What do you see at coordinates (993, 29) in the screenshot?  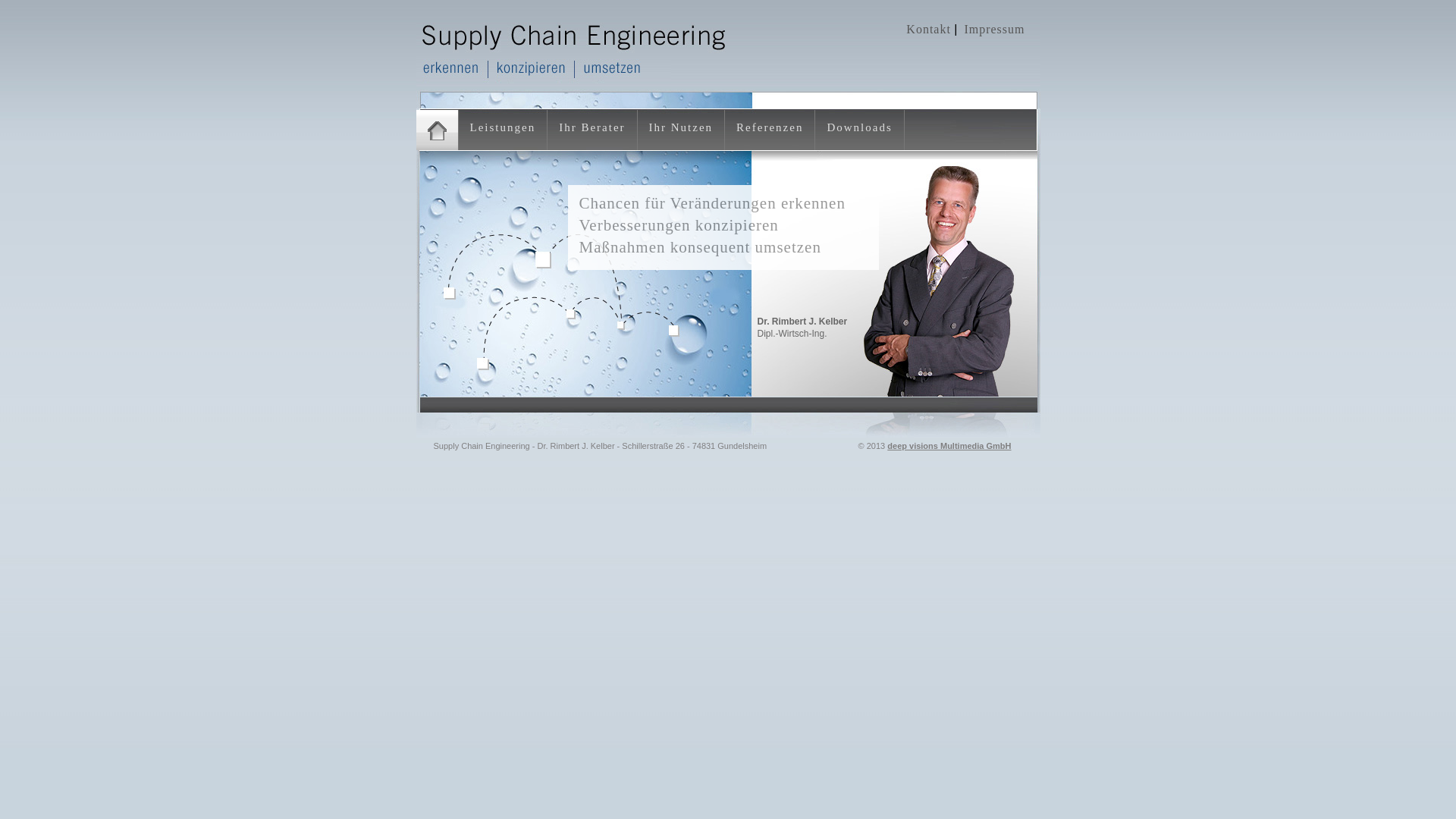 I see `'Impressum'` at bounding box center [993, 29].